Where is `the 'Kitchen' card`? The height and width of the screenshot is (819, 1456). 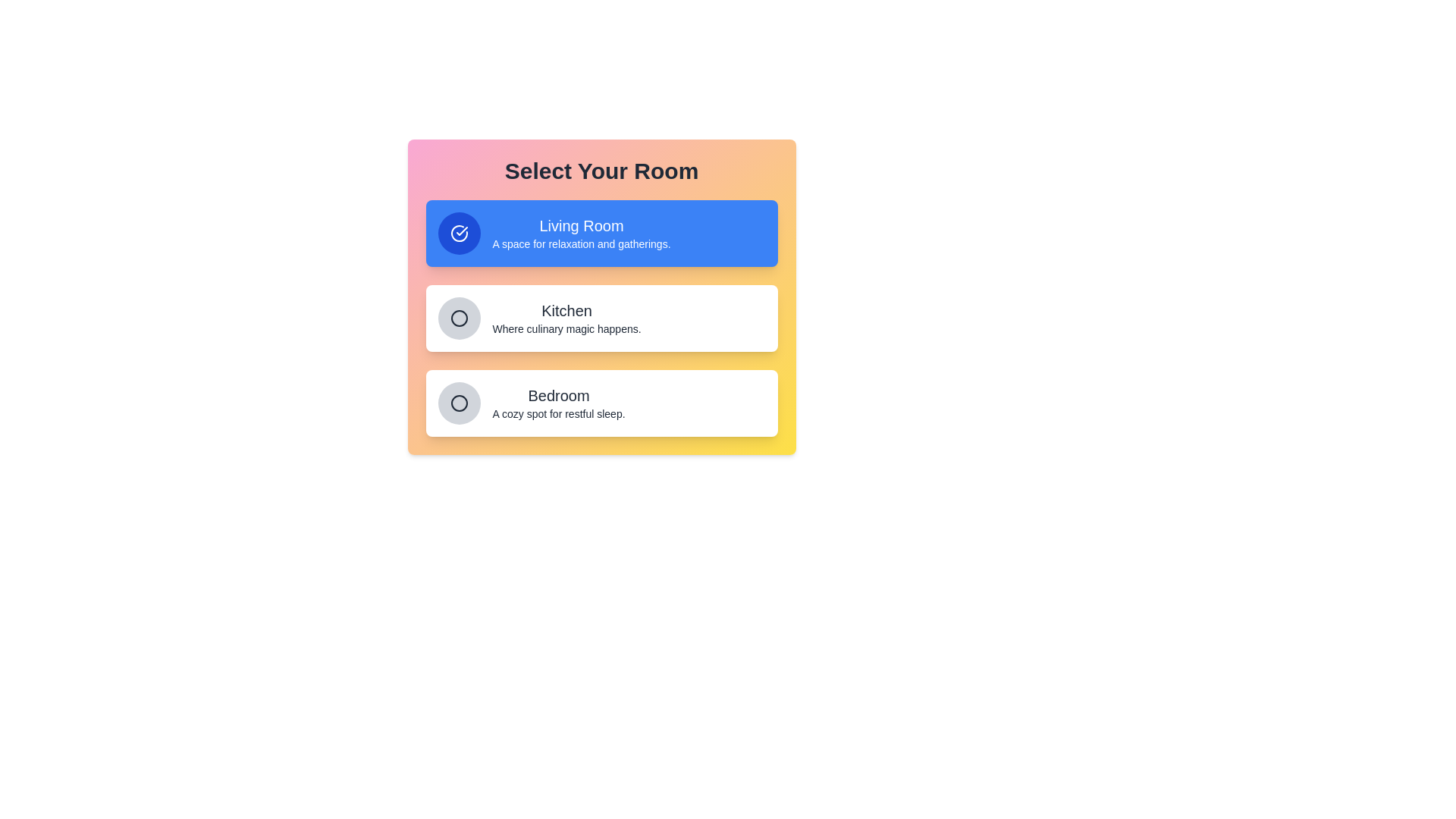 the 'Kitchen' card is located at coordinates (601, 318).